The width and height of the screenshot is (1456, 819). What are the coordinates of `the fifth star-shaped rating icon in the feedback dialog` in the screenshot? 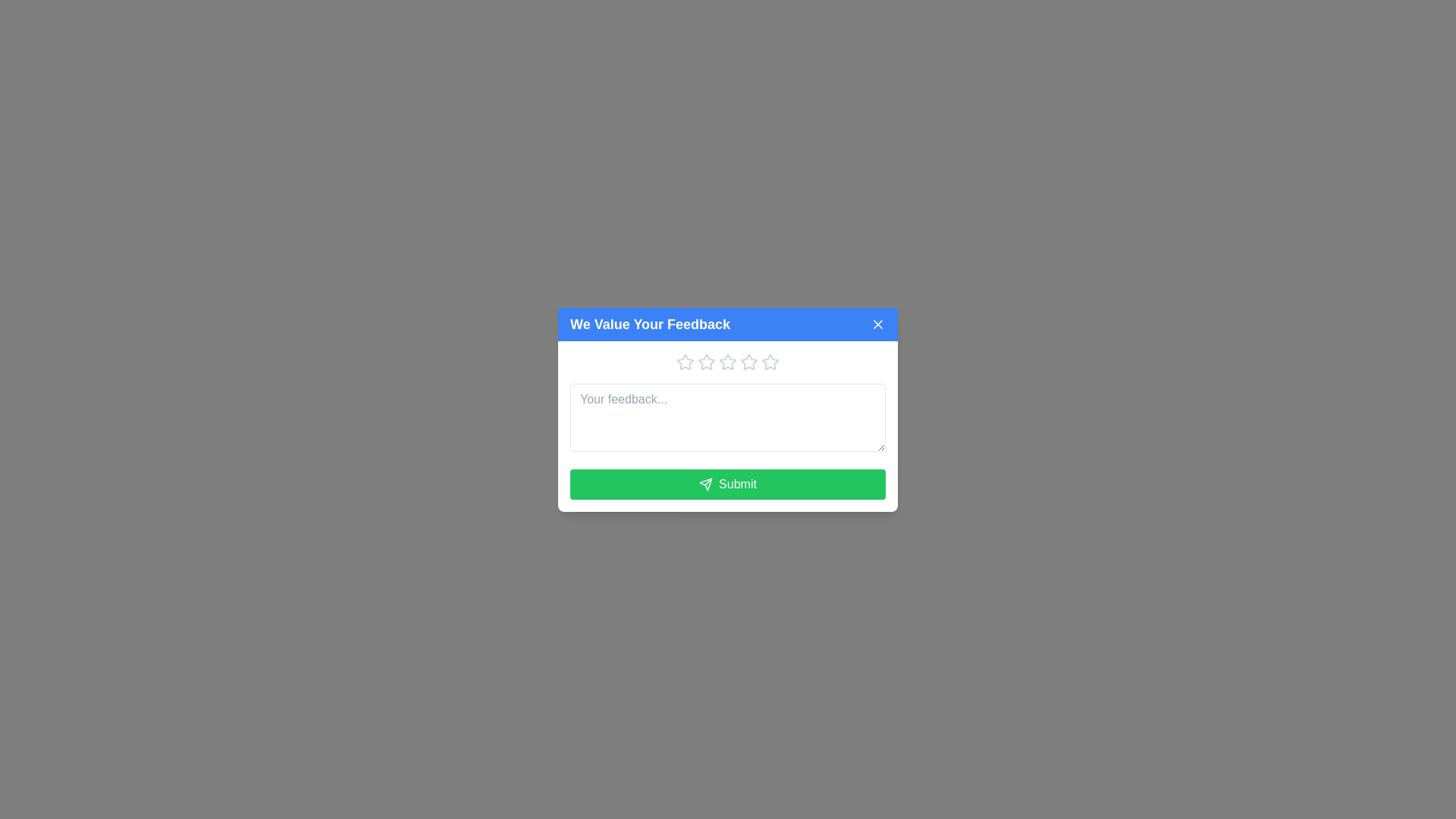 It's located at (770, 362).